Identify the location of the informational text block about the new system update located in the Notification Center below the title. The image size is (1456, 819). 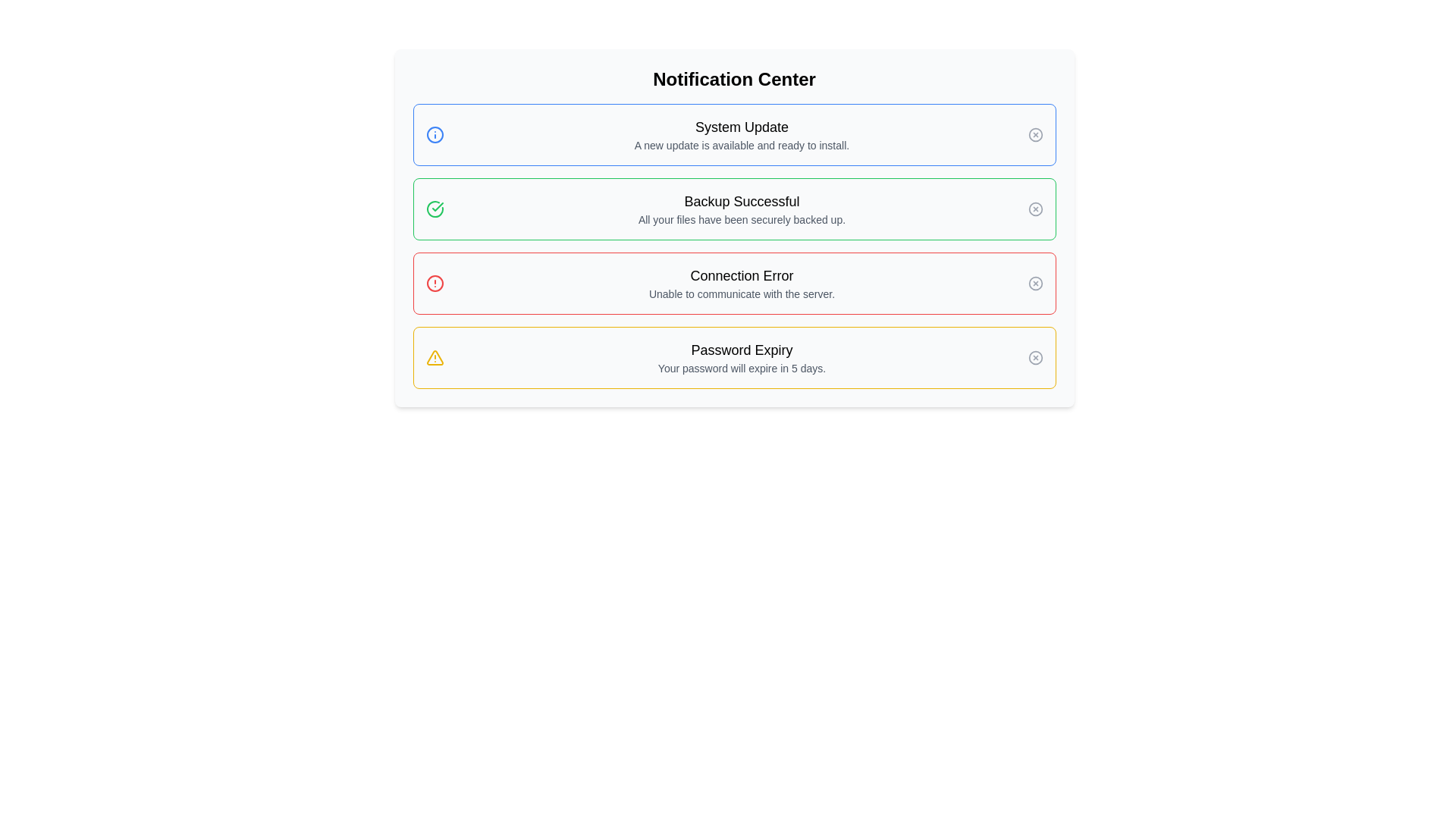
(742, 133).